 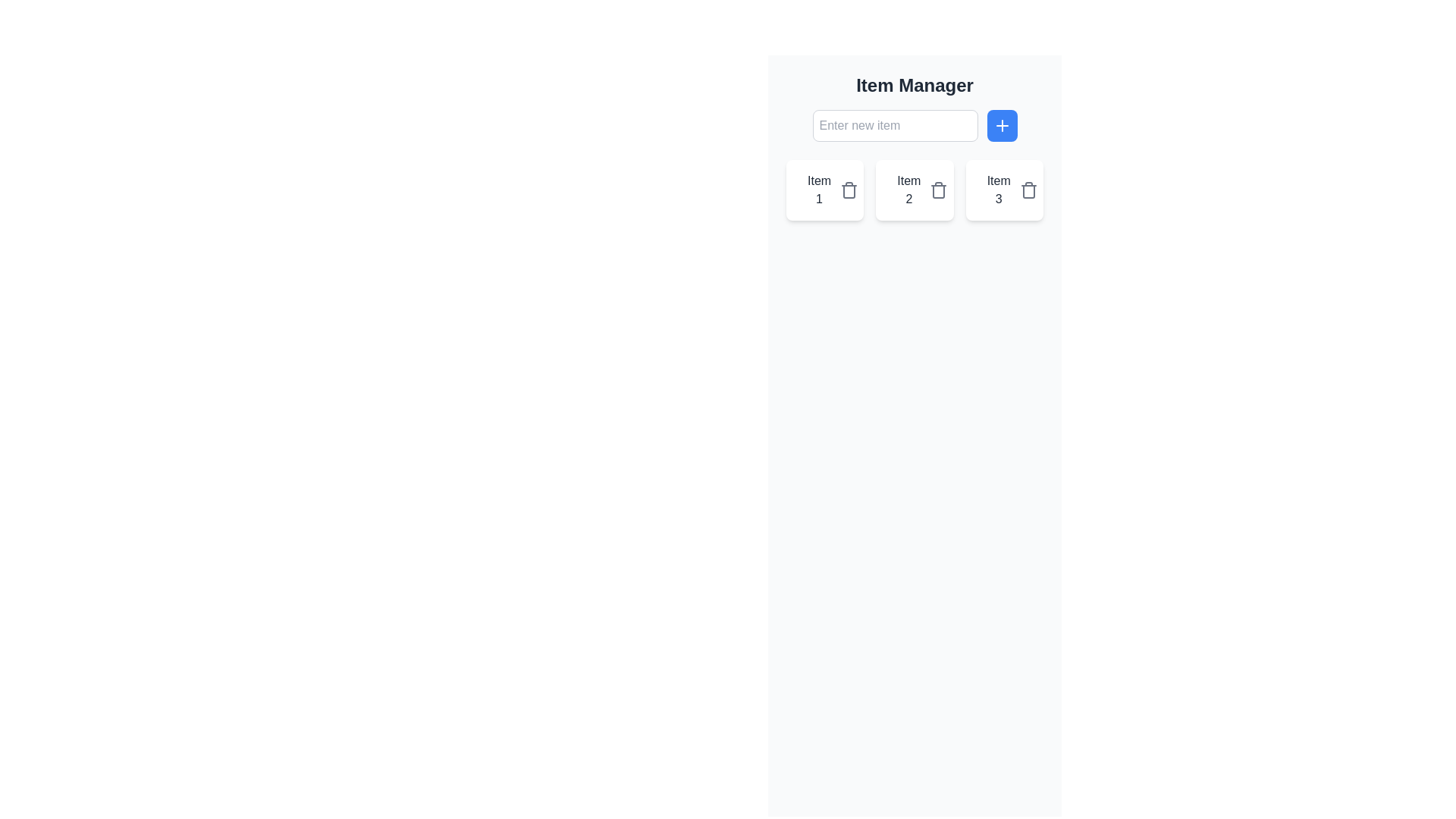 I want to click on the static text label 'Item 2' located centrally within the second item card in the item manager, positioned between 'Item 1' and 'Item 3', so click(x=908, y=189).